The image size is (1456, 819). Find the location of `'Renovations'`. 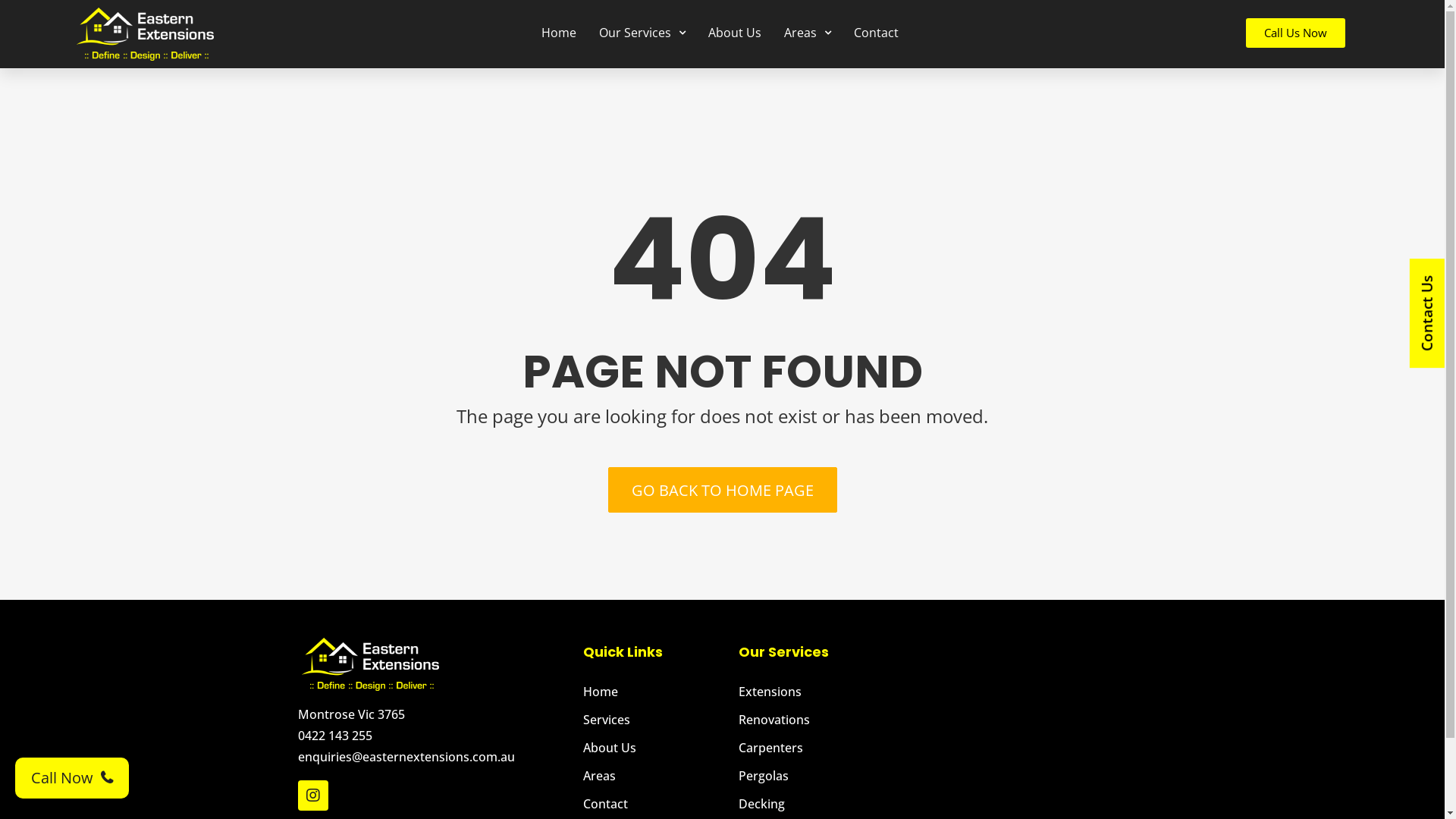

'Renovations' is located at coordinates (812, 718).